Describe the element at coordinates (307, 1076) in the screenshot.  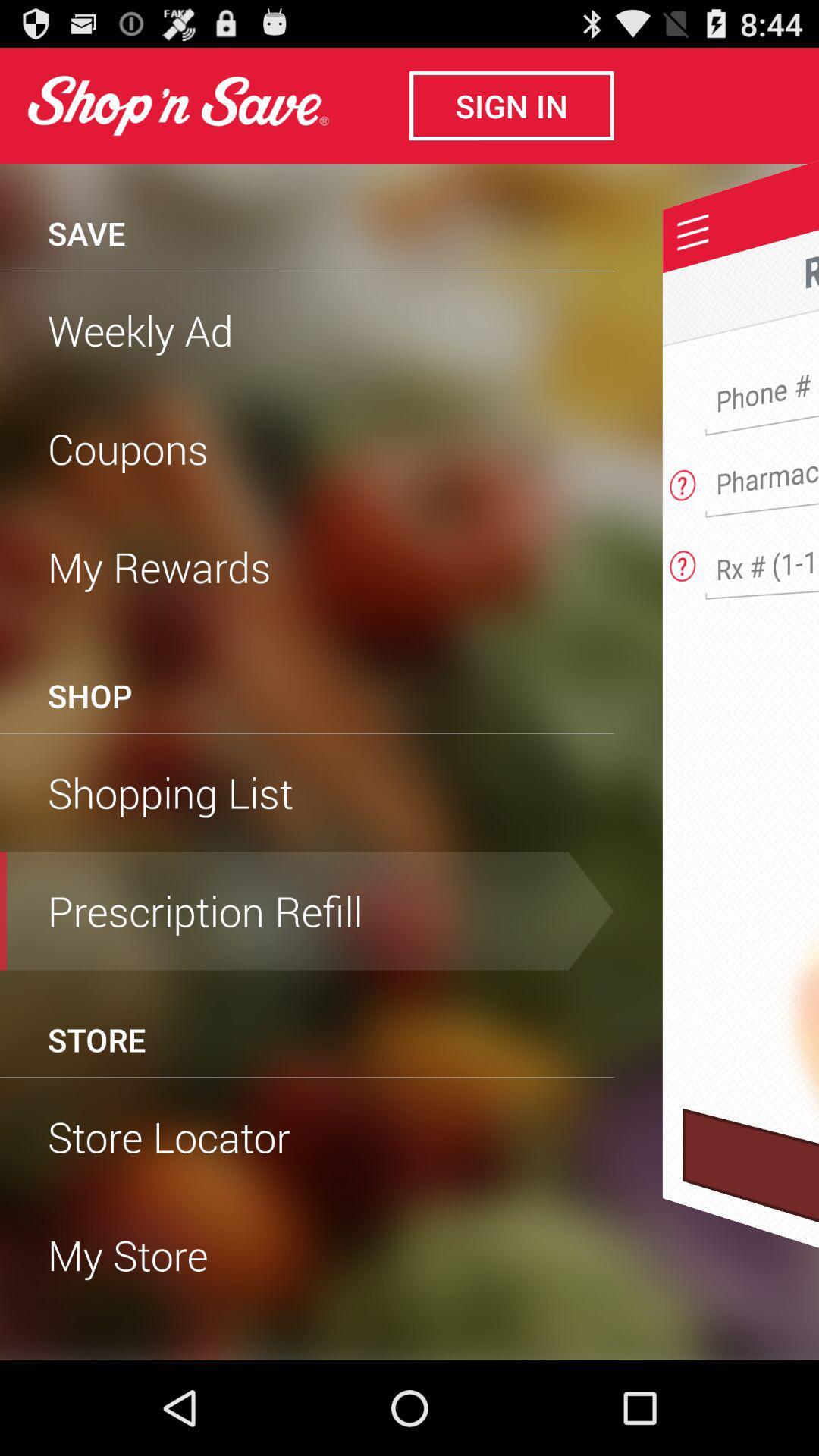
I see `item below the store icon` at that location.